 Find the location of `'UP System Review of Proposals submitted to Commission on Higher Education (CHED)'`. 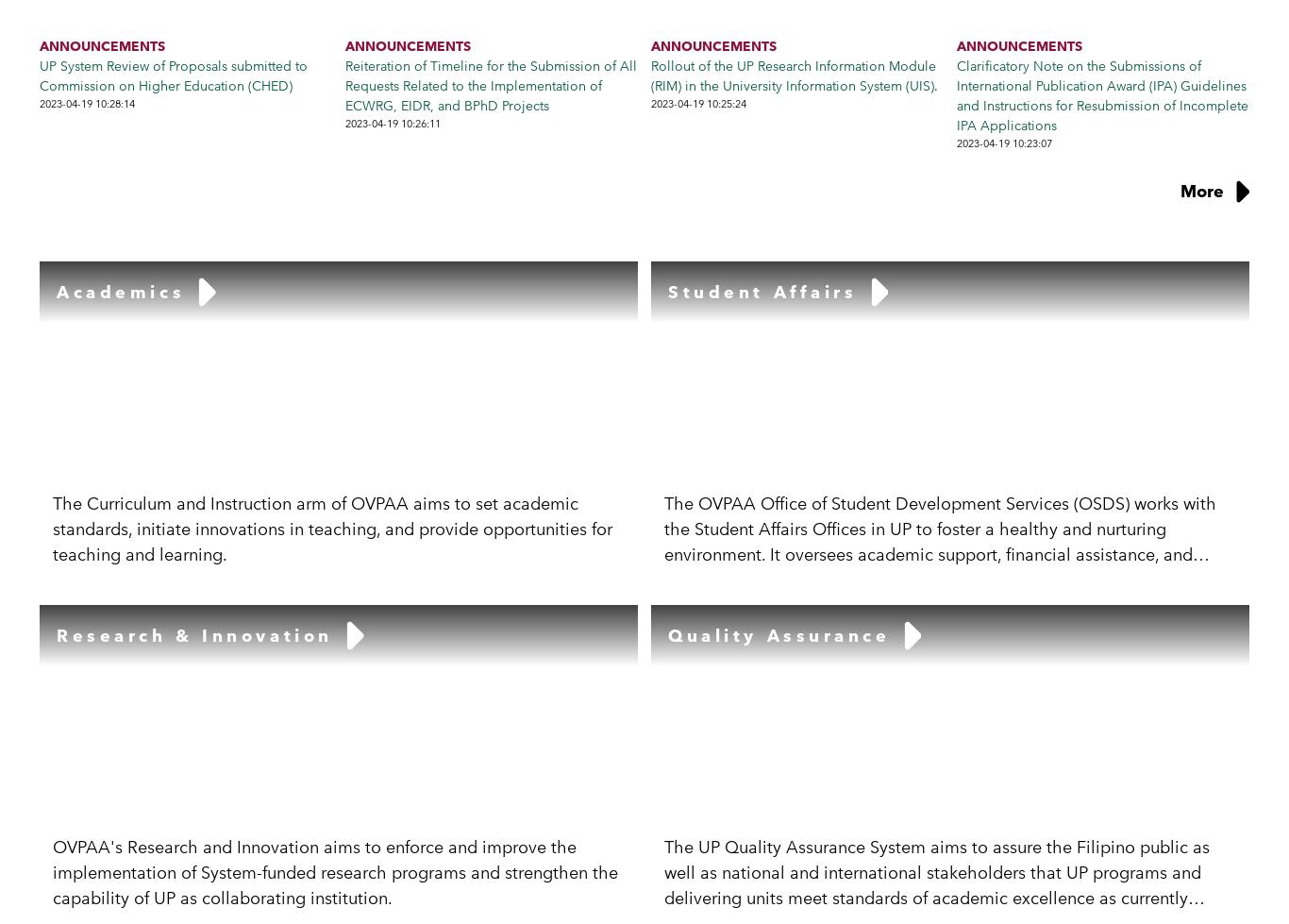

'UP System Review of Proposals submitted to Commission on Higher Education (CHED)' is located at coordinates (39, 75).